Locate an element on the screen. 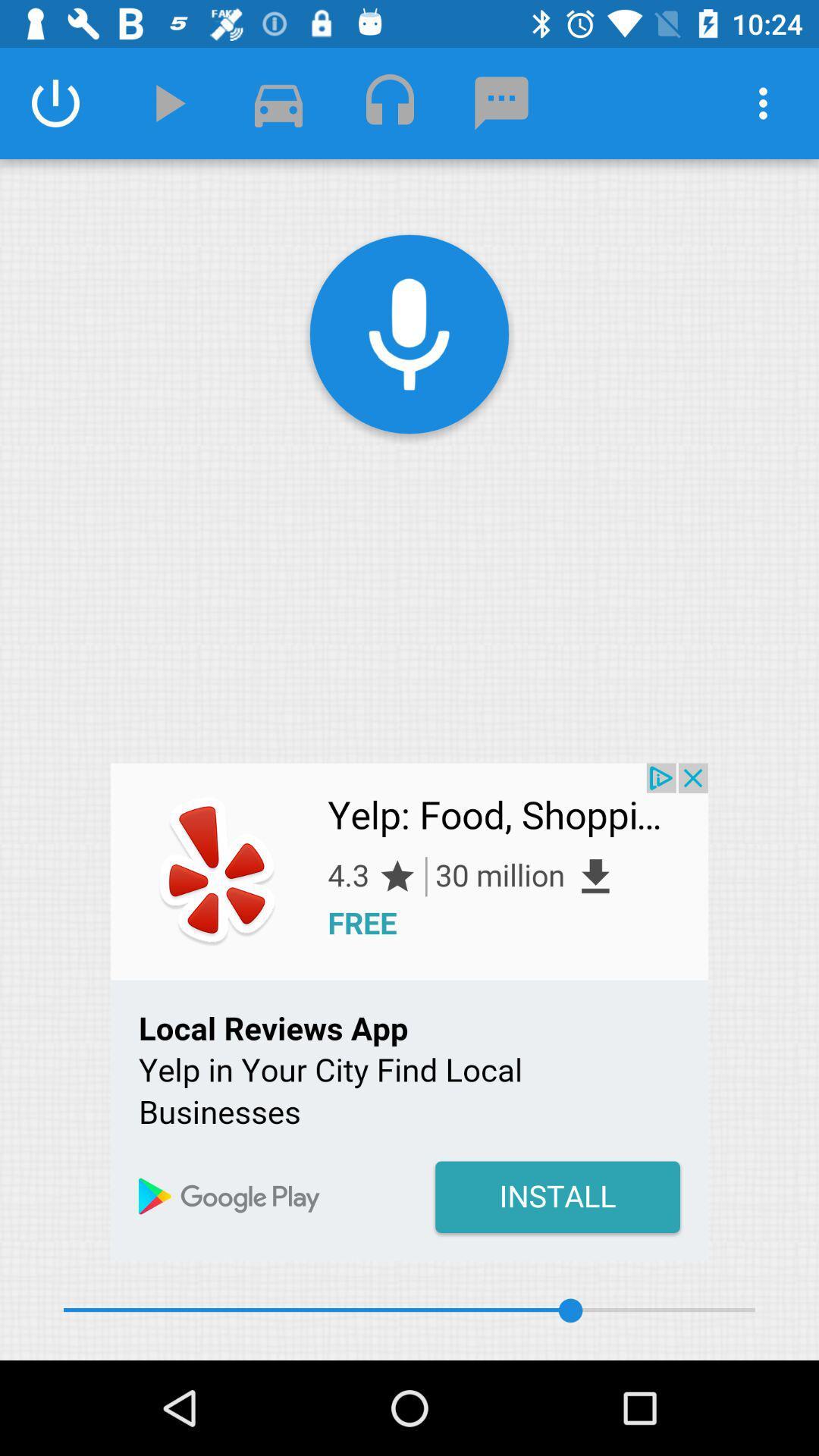 This screenshot has height=1456, width=819. the play icon is located at coordinates (167, 102).